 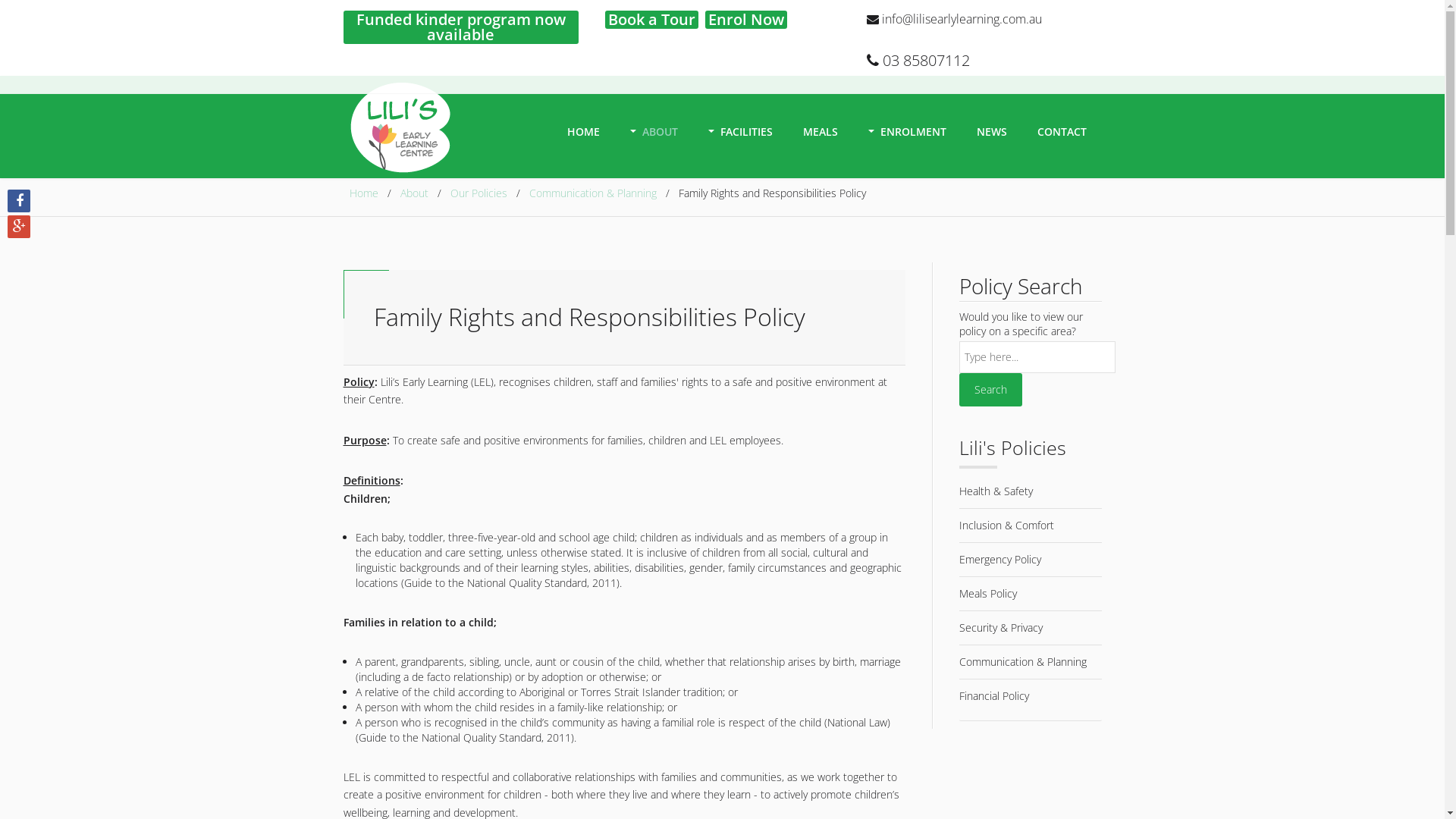 What do you see at coordinates (916, 59) in the screenshot?
I see `'03 85807112'` at bounding box center [916, 59].